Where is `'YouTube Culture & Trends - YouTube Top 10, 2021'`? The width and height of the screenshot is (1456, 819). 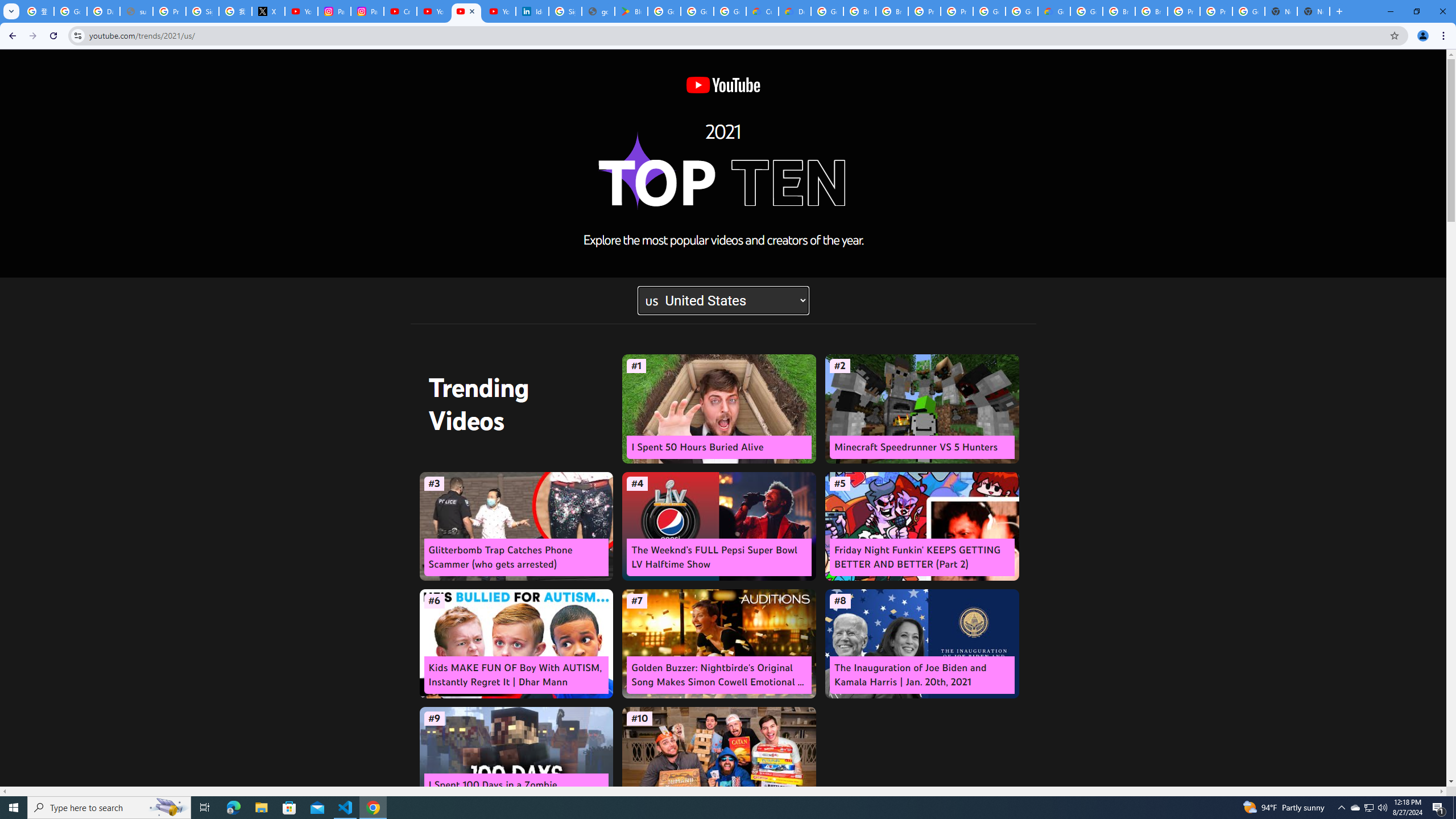 'YouTube Culture & Trends - YouTube Top 10, 2021' is located at coordinates (499, 11).